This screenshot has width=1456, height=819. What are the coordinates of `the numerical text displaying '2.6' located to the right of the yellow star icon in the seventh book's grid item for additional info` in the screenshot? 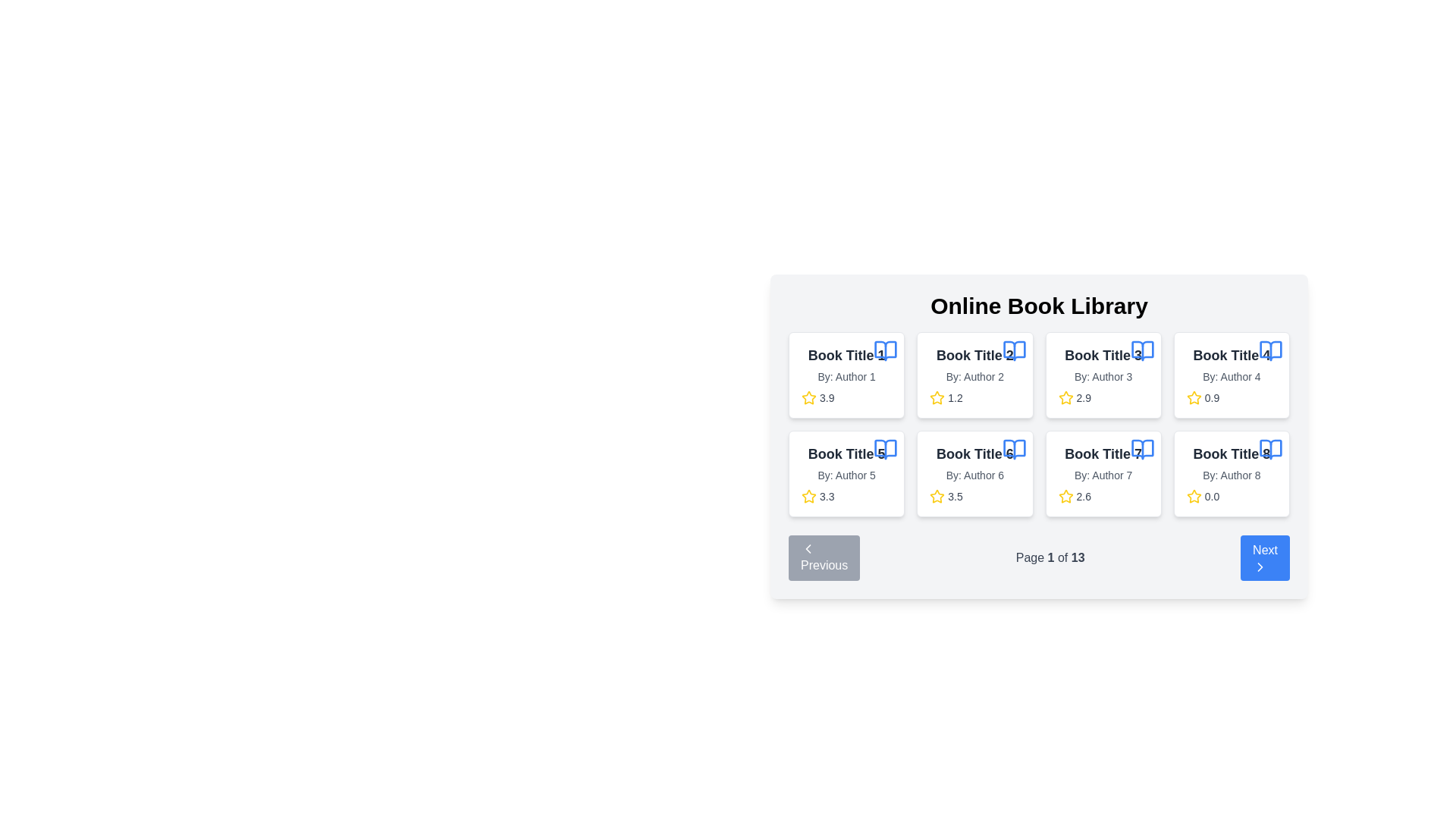 It's located at (1083, 497).